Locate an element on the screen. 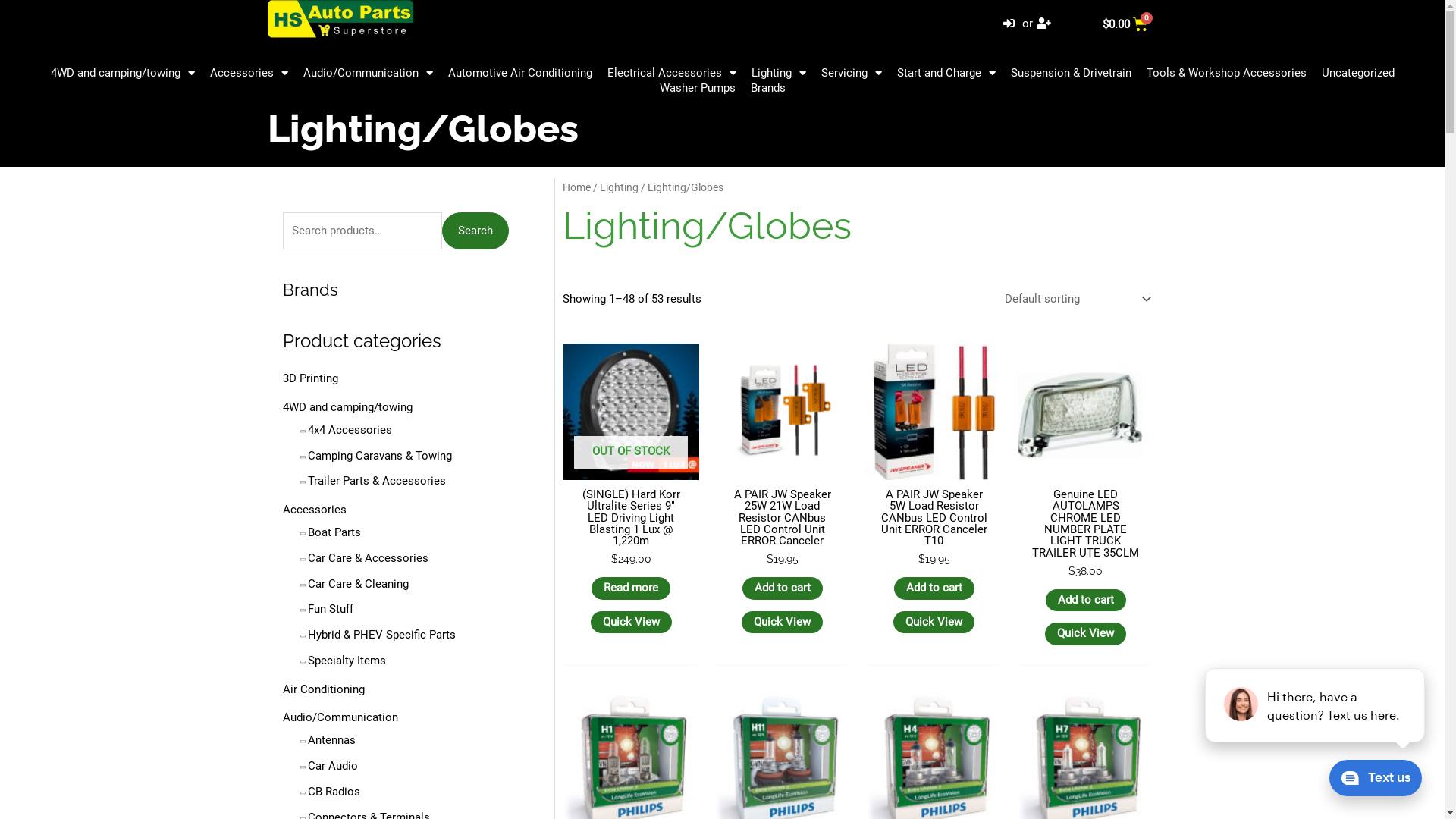 This screenshot has width=1456, height=819. 'Antennas' is located at coordinates (307, 739).